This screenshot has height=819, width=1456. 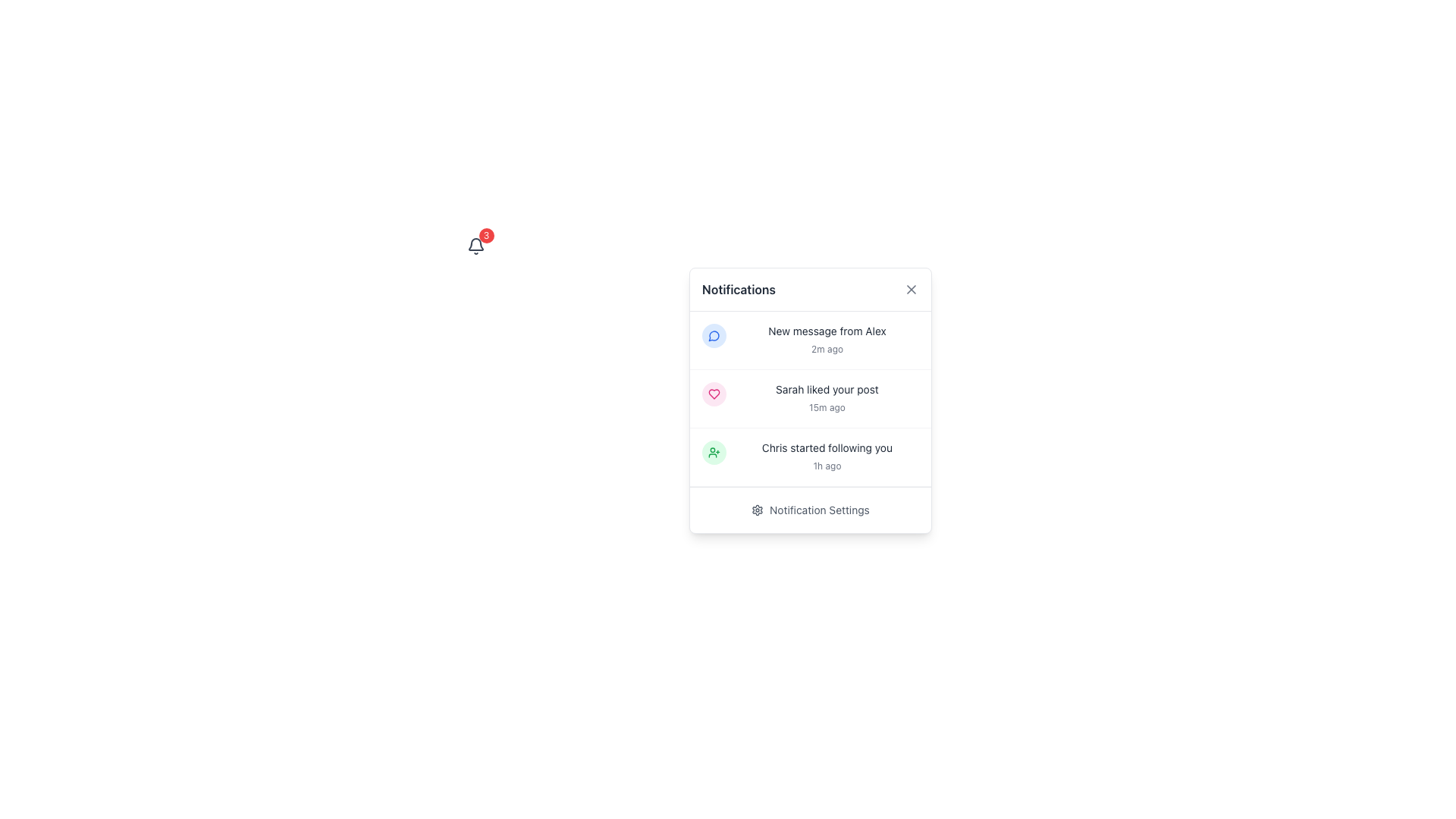 What do you see at coordinates (810, 397) in the screenshot?
I see `the second notification item that informs the user that Sarah has liked one of their posts, positioned between 'New message from Alex' and 'Chris started following you'` at bounding box center [810, 397].